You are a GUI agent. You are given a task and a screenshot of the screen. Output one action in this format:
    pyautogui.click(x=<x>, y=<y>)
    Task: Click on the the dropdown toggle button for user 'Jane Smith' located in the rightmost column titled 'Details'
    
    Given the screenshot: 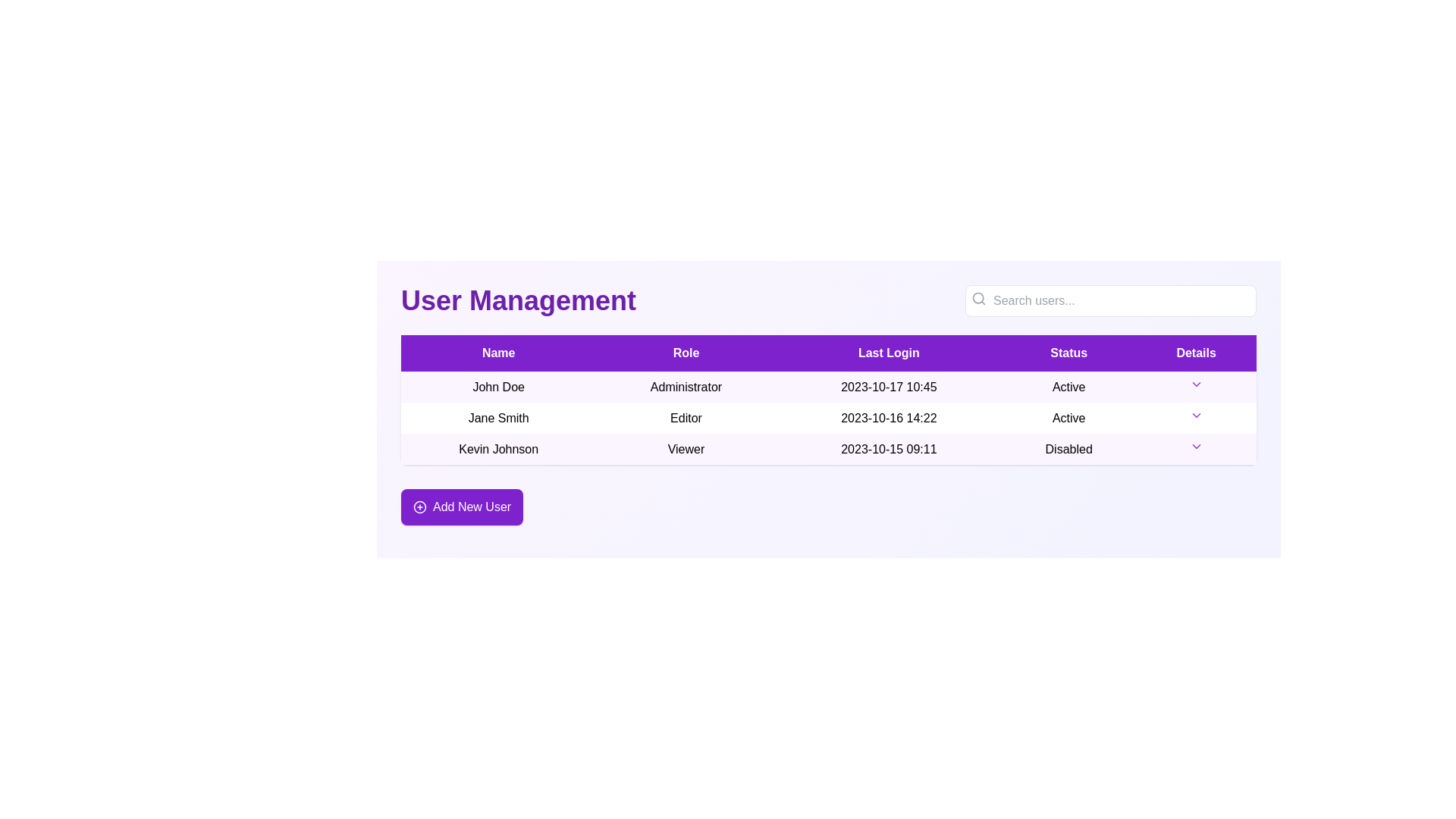 What is the action you would take?
    pyautogui.click(x=1195, y=418)
    